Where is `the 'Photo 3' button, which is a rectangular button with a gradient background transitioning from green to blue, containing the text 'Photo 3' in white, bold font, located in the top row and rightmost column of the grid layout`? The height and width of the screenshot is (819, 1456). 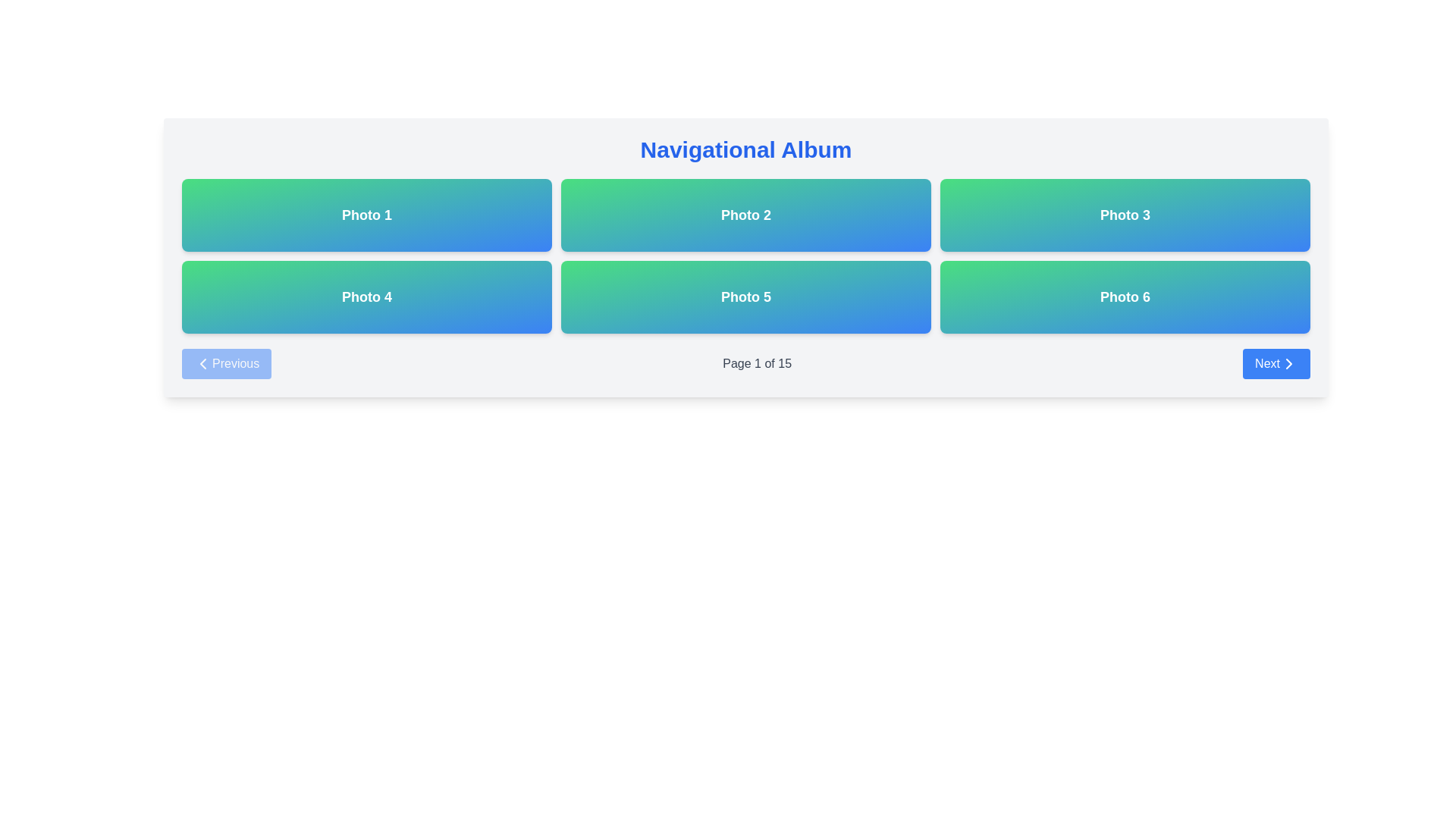 the 'Photo 3' button, which is a rectangular button with a gradient background transitioning from green to blue, containing the text 'Photo 3' in white, bold font, located in the top row and rightmost column of the grid layout is located at coordinates (1125, 215).